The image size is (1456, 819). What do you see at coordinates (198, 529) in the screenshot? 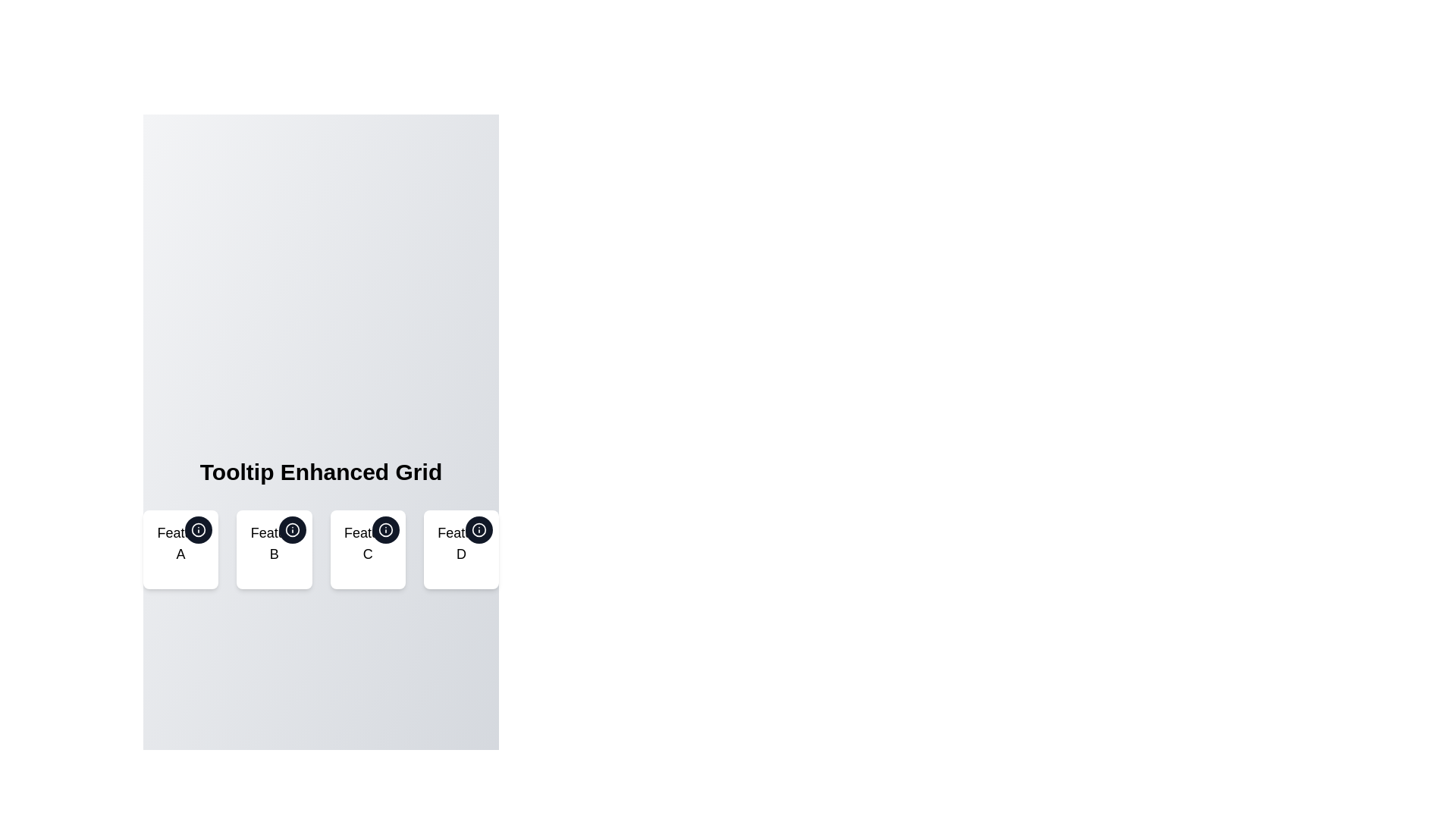
I see `the information icon associated with 'Feature A'` at bounding box center [198, 529].